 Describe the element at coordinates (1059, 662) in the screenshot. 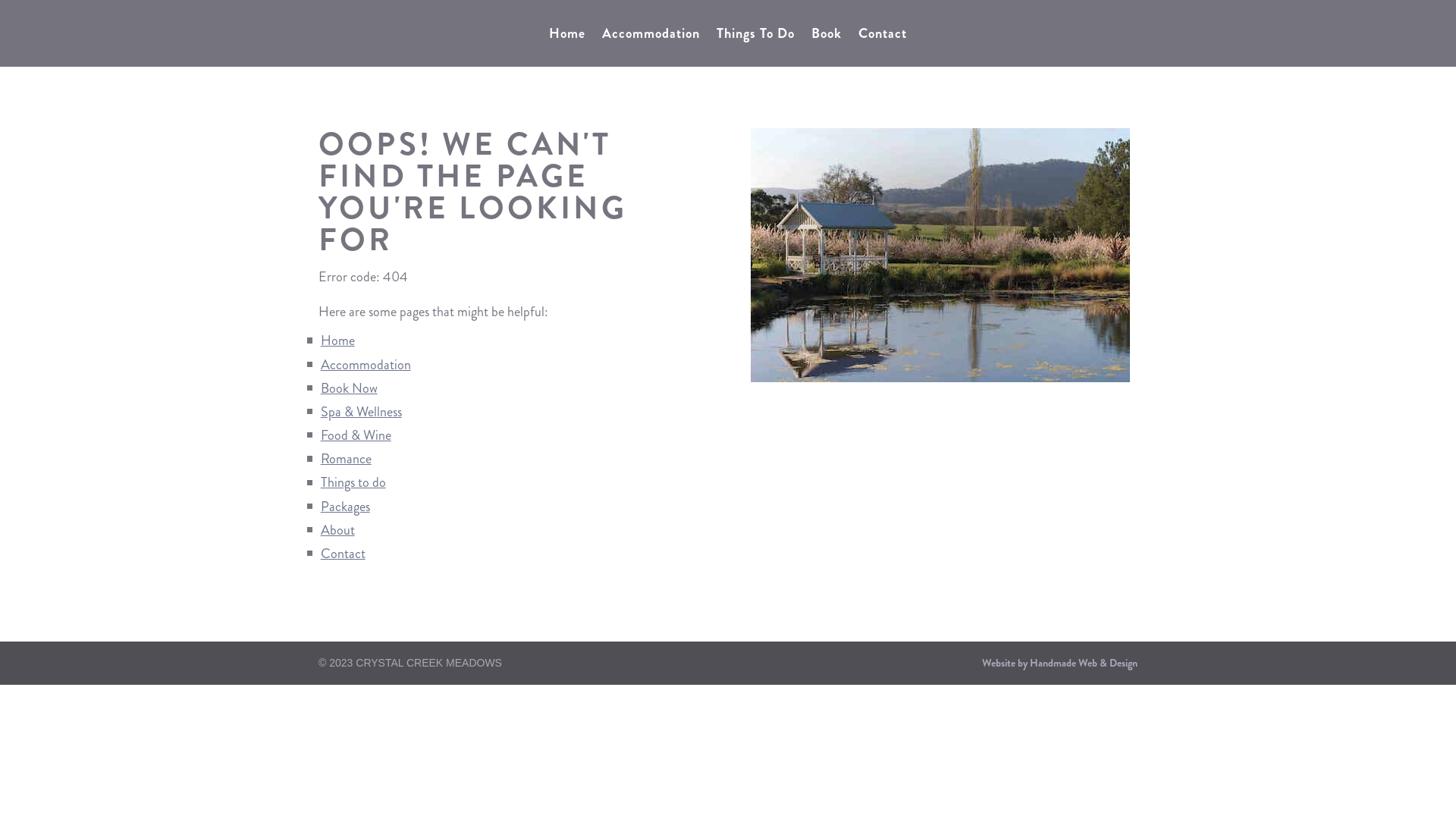

I see `'Website by Handmade Web & Design'` at that location.